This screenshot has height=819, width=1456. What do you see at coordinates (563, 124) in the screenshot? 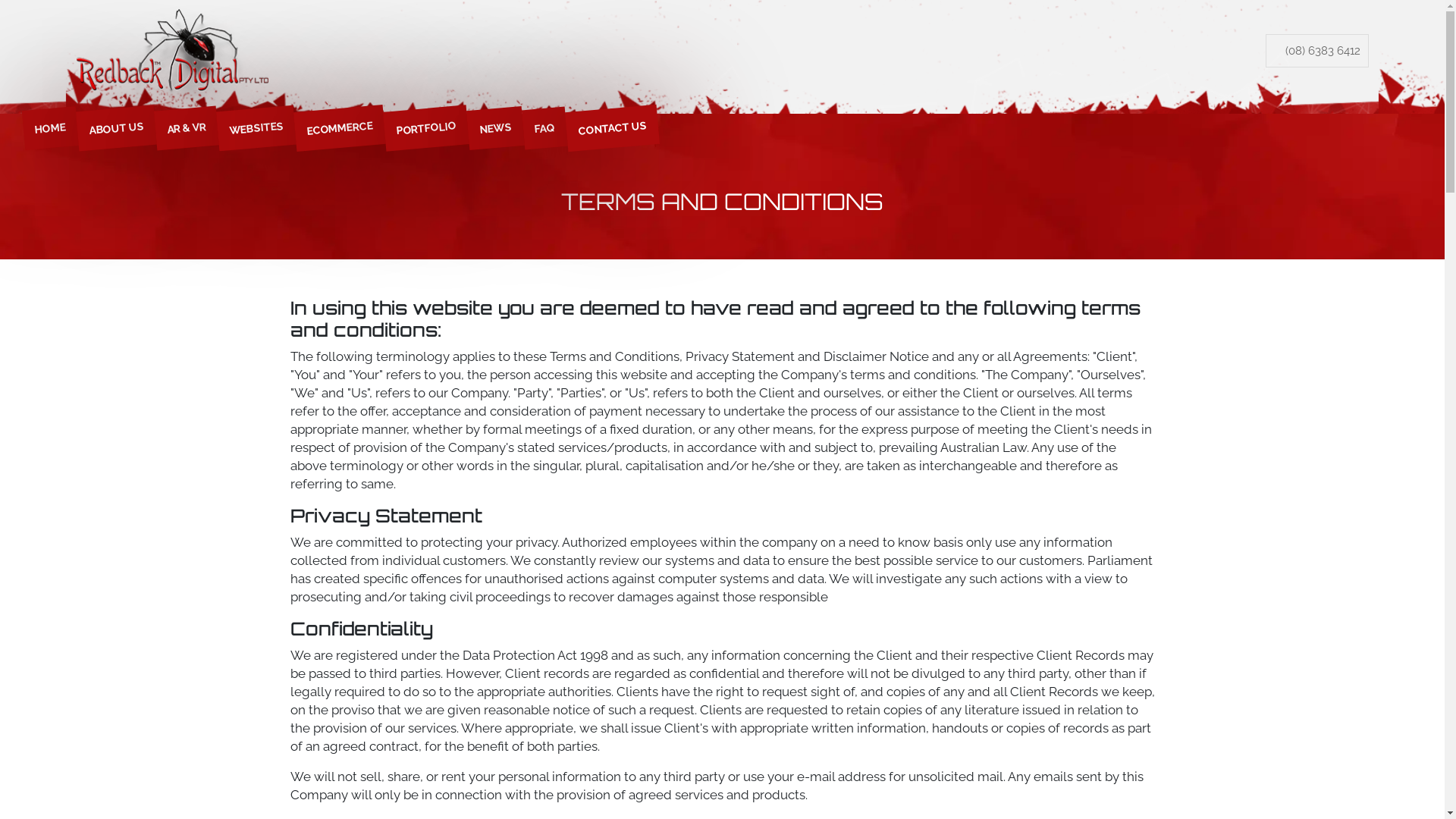
I see `'CONTACT US'` at bounding box center [563, 124].